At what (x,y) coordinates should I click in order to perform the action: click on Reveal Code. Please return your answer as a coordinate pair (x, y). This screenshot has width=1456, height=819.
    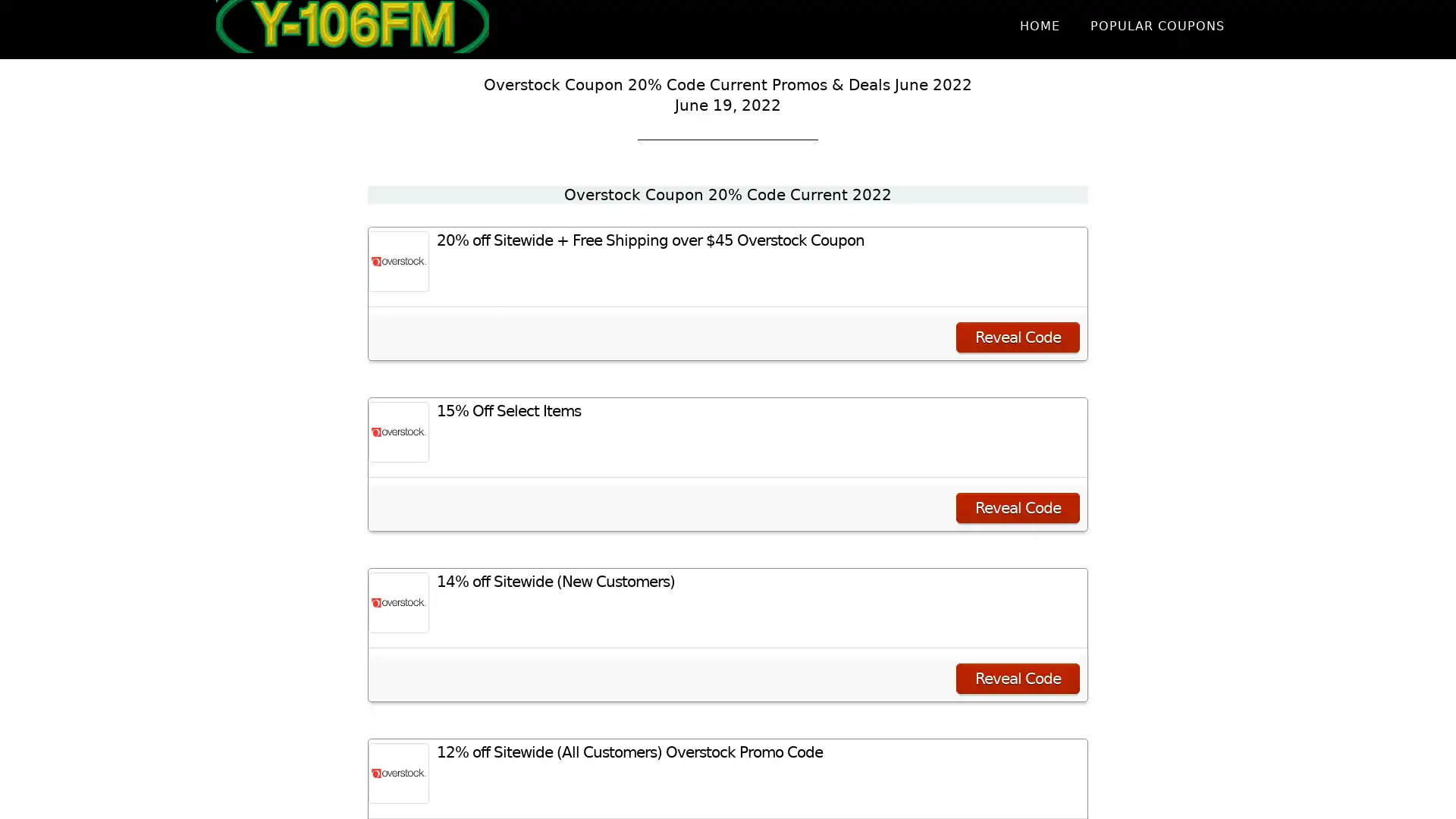
    Looking at the image, I should click on (1018, 677).